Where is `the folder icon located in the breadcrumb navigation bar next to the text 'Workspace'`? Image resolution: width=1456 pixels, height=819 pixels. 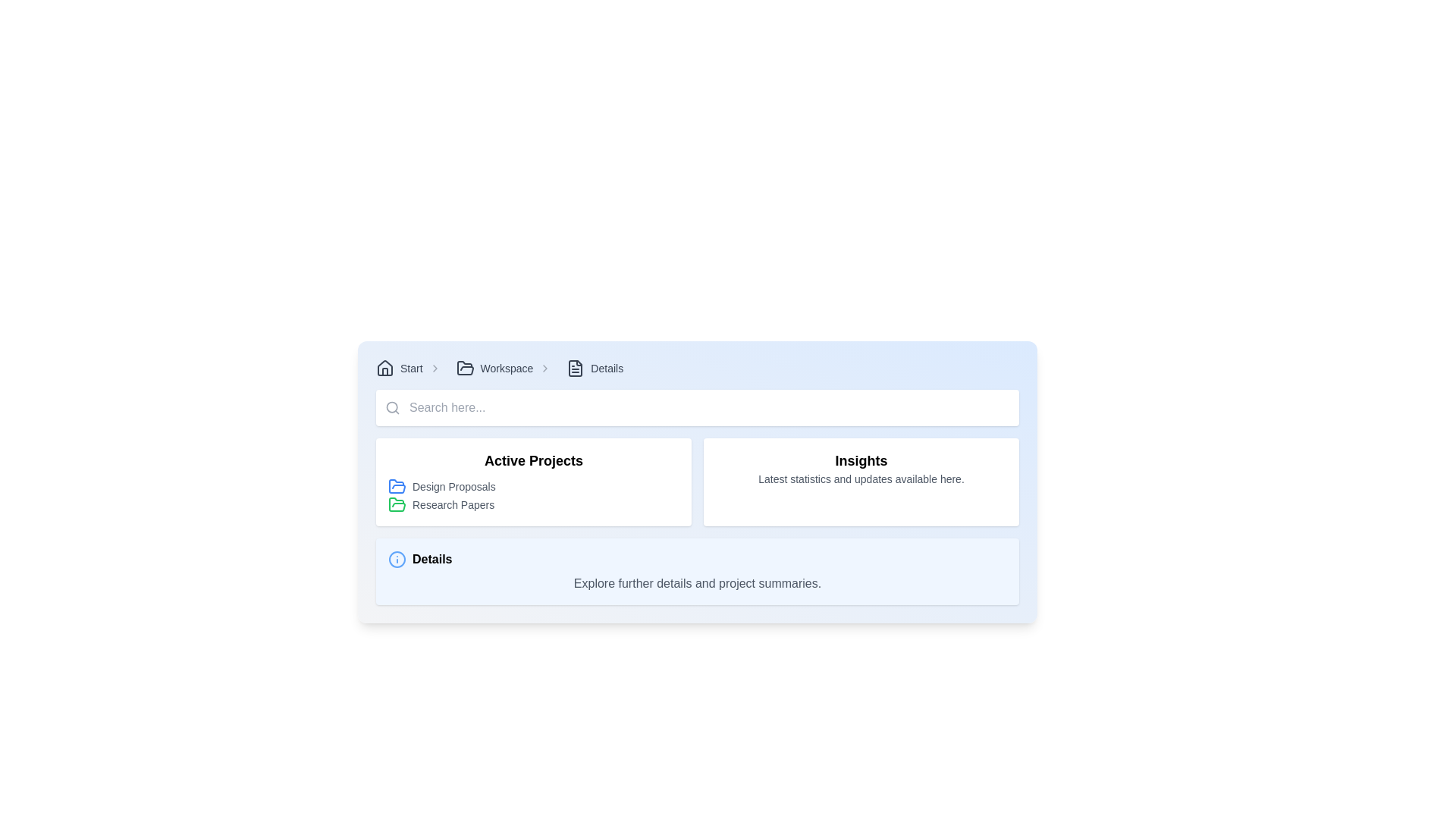
the folder icon located in the breadcrumb navigation bar next to the text 'Workspace' is located at coordinates (464, 369).